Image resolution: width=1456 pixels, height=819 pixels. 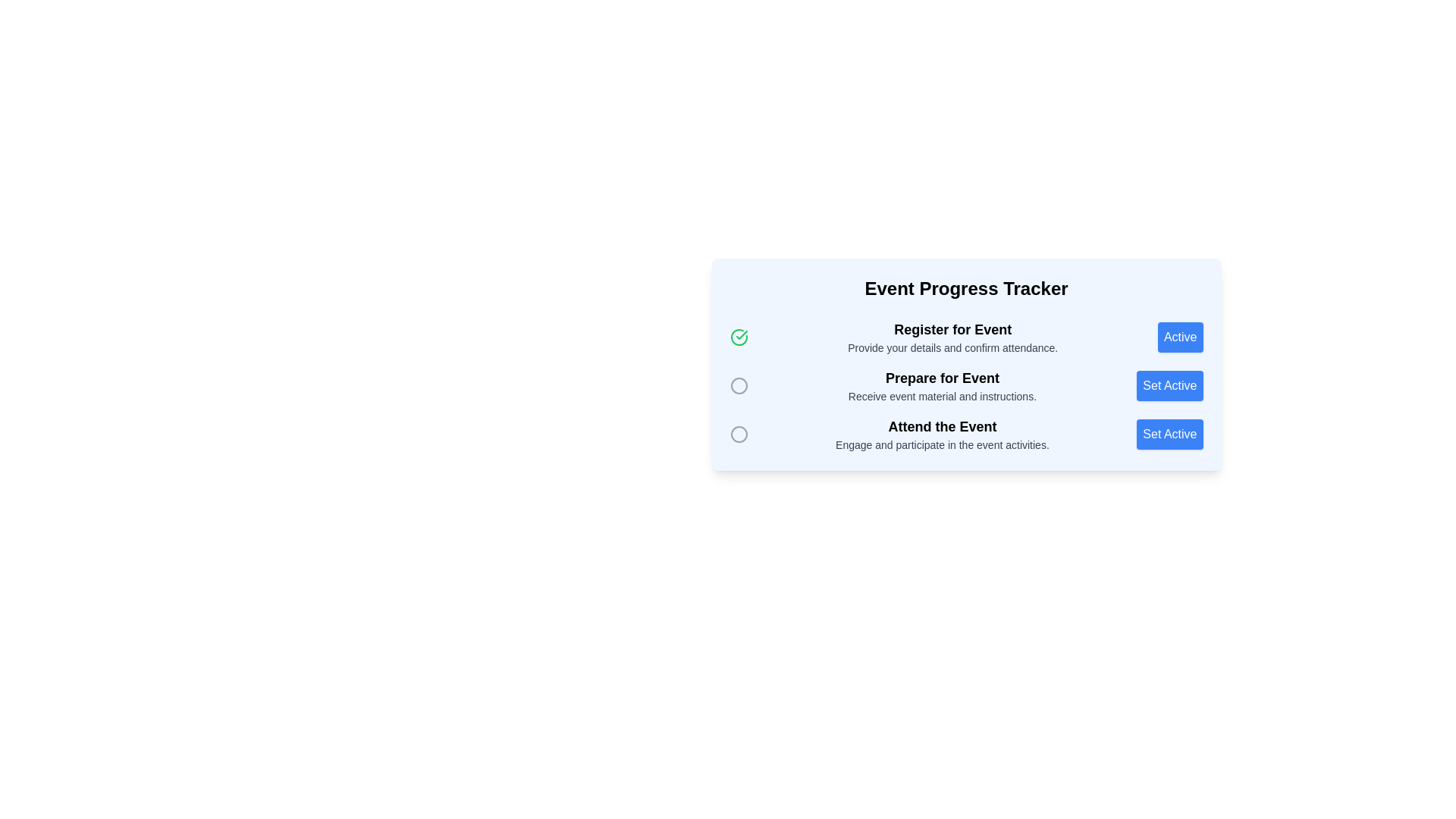 I want to click on the third gray circular indicator icon in the Event Progress Tracker section, which has a hollow center and is positioned to the left of the 'Attend the Event' text, so click(x=739, y=435).